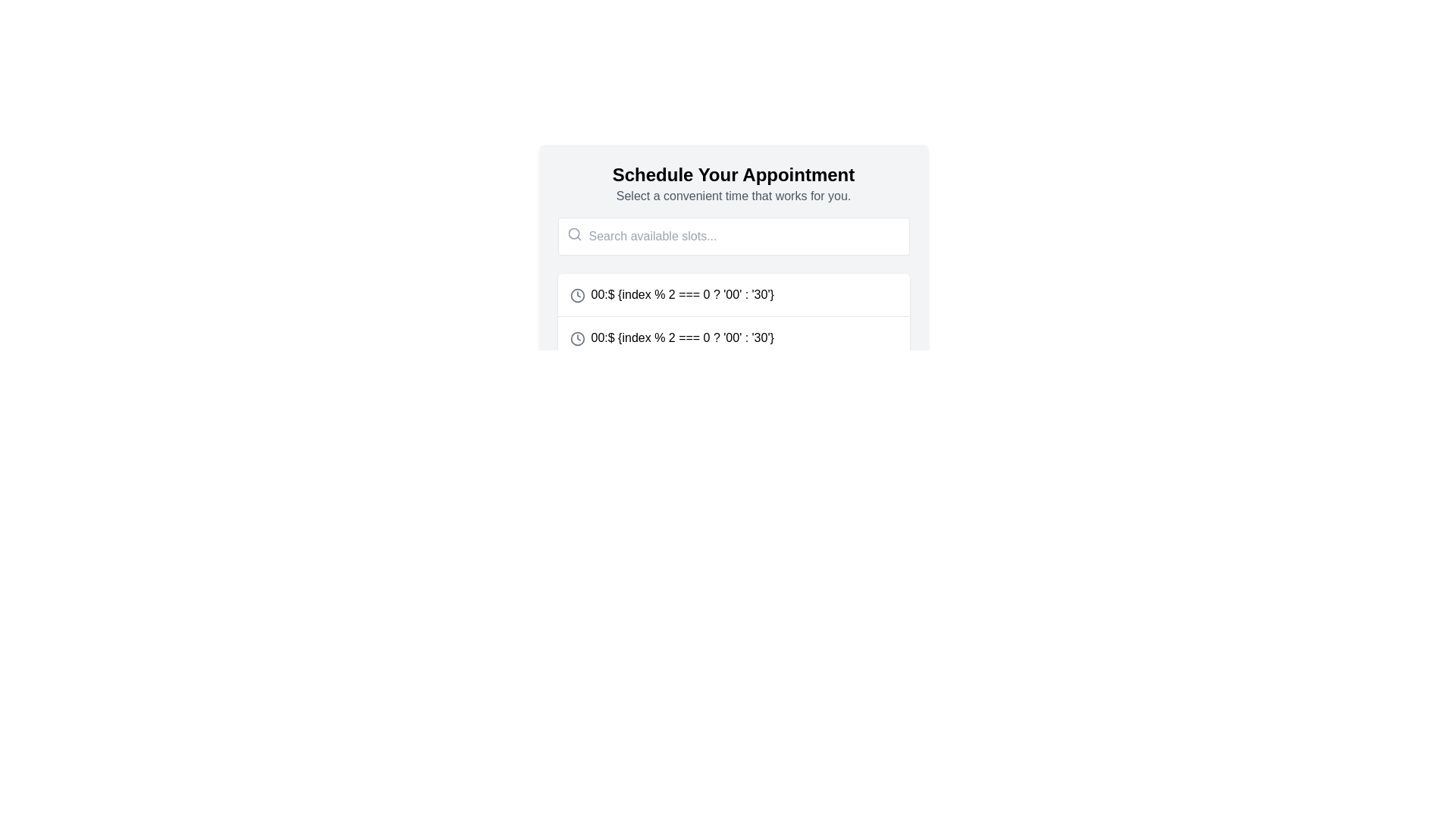  Describe the element at coordinates (573, 234) in the screenshot. I see `the small magnifying glass icon, styled in light gray, located in the left margin of the text input field labeled 'Search available slots...'` at that location.